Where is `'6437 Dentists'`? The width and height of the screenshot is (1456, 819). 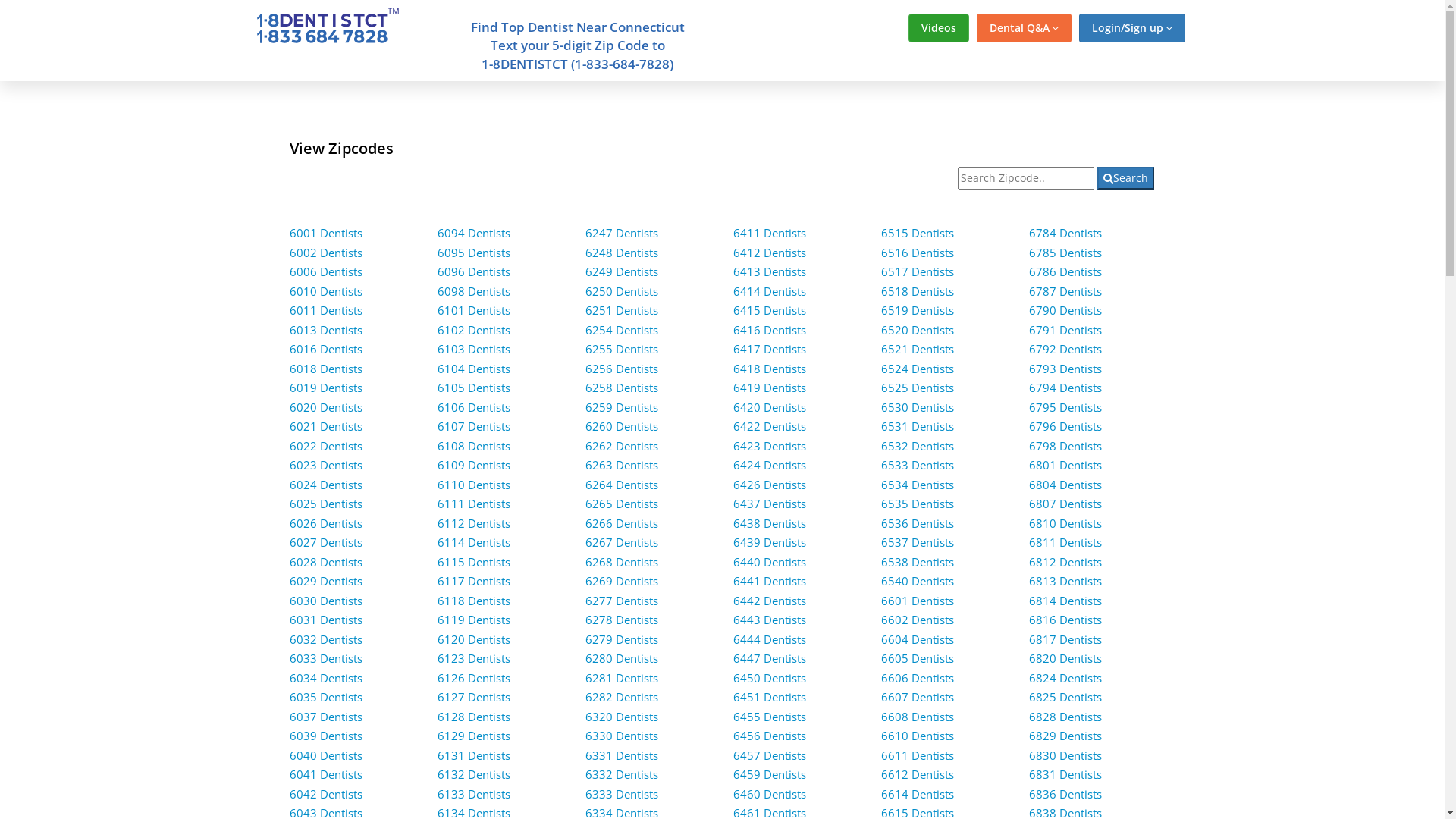
'6437 Dentists' is located at coordinates (769, 503).